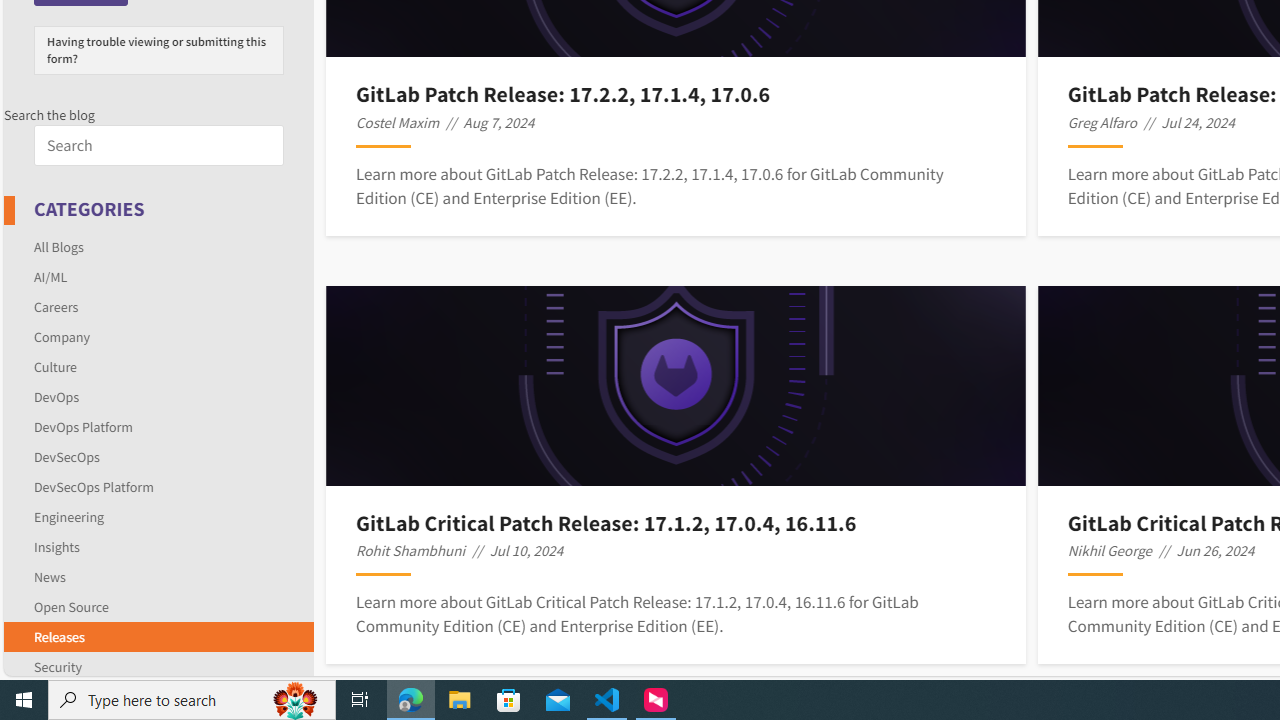 Image resolution: width=1280 pixels, height=720 pixels. I want to click on 'Rohit Shambhuni', so click(409, 550).